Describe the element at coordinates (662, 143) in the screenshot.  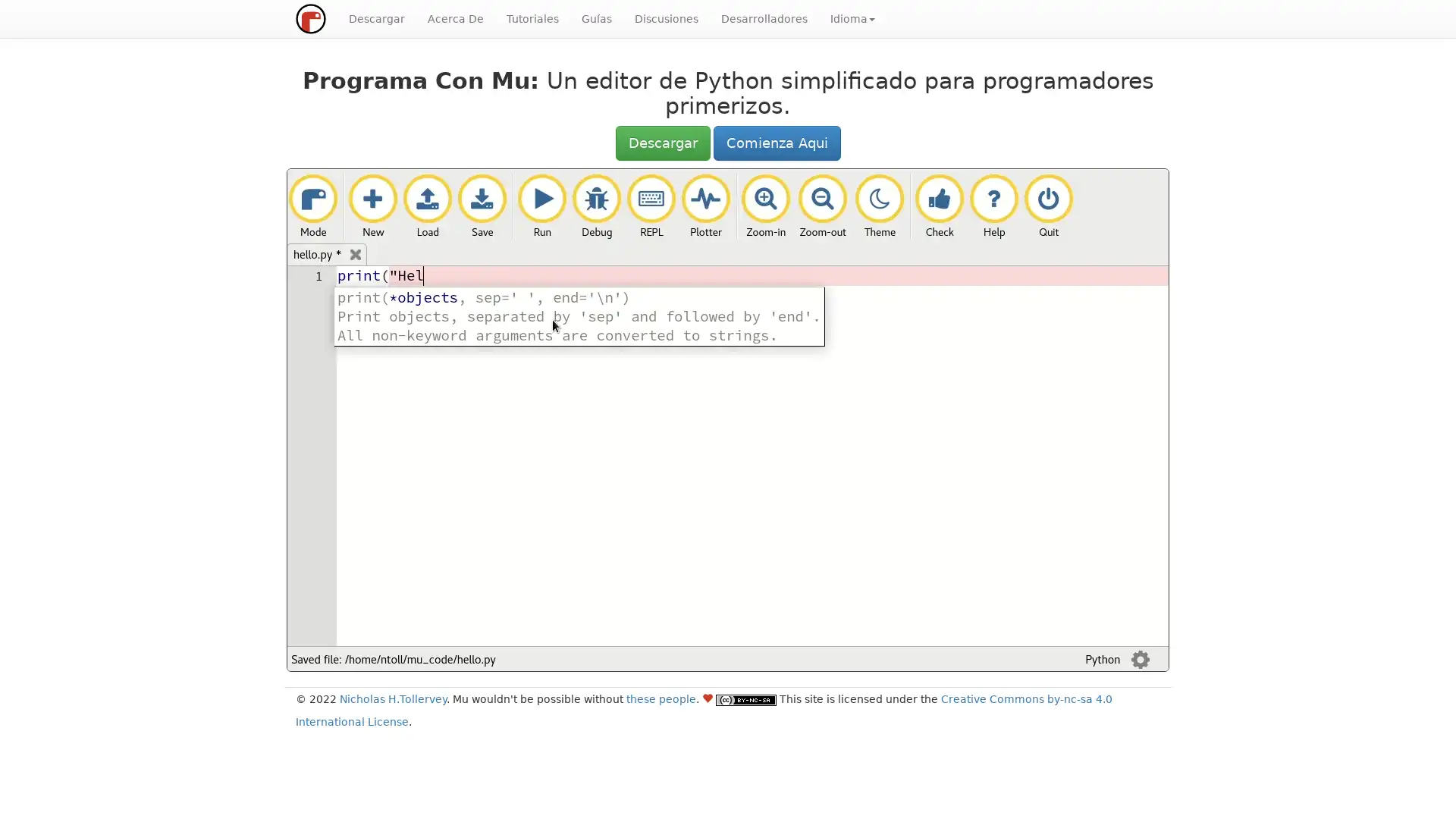
I see `Descargar` at that location.